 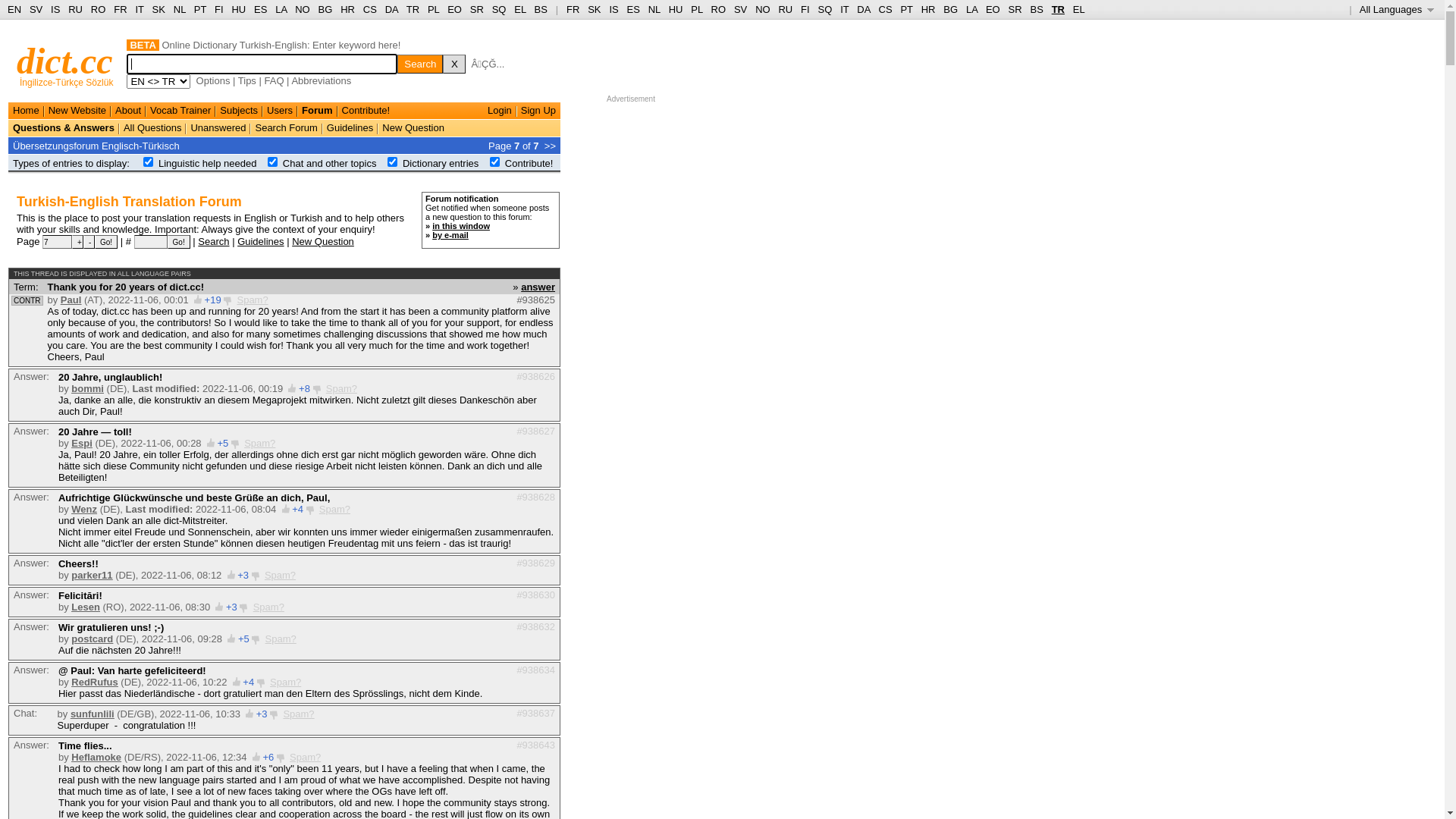 What do you see at coordinates (83, 509) in the screenshot?
I see `'Wenz'` at bounding box center [83, 509].